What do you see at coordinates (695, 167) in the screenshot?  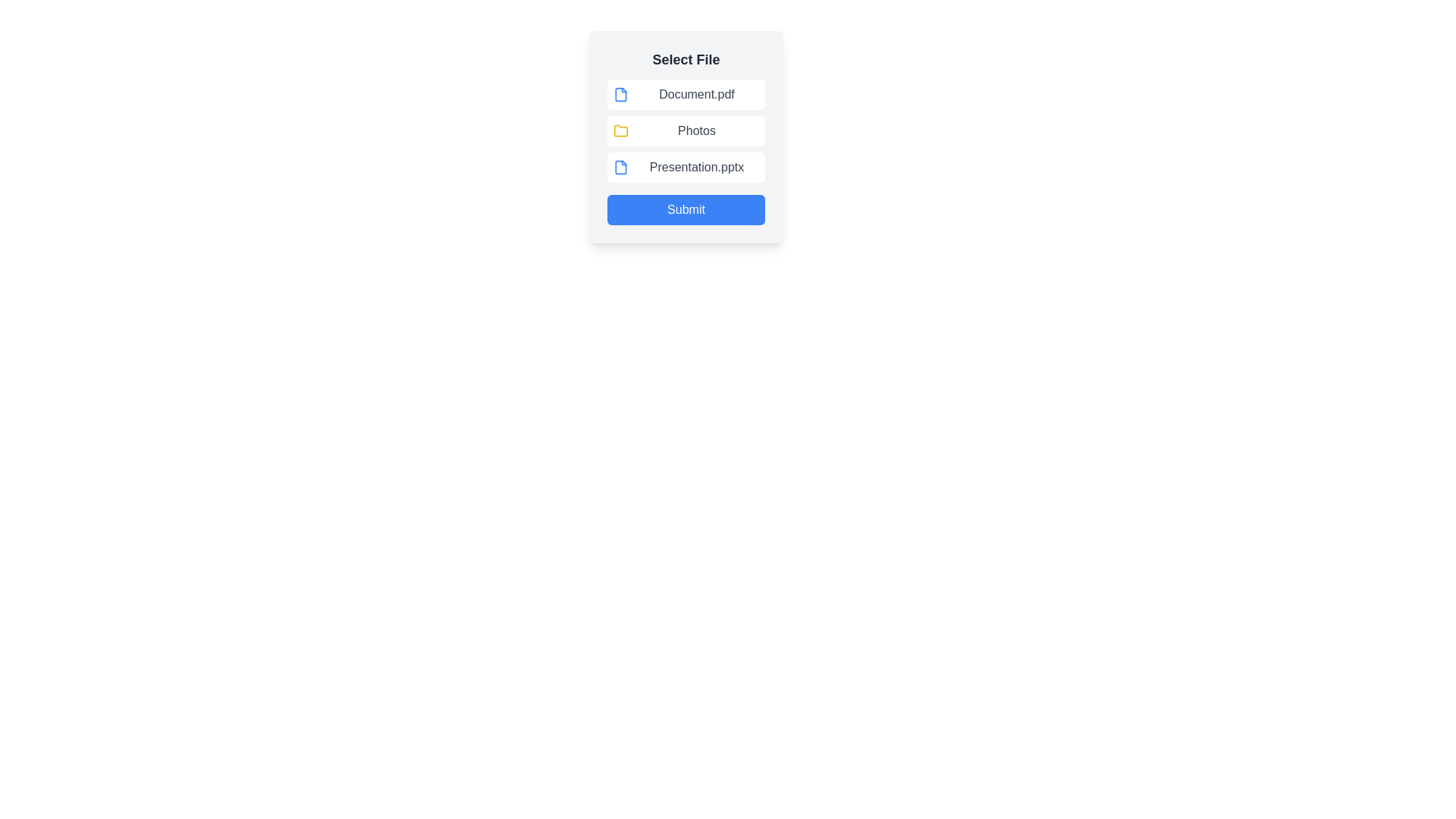 I see `the text label displaying 'Presentation.pptx', which is the third item in a vertically arranged list of files in the file selection interface, located under the heading 'Select File'` at bounding box center [695, 167].